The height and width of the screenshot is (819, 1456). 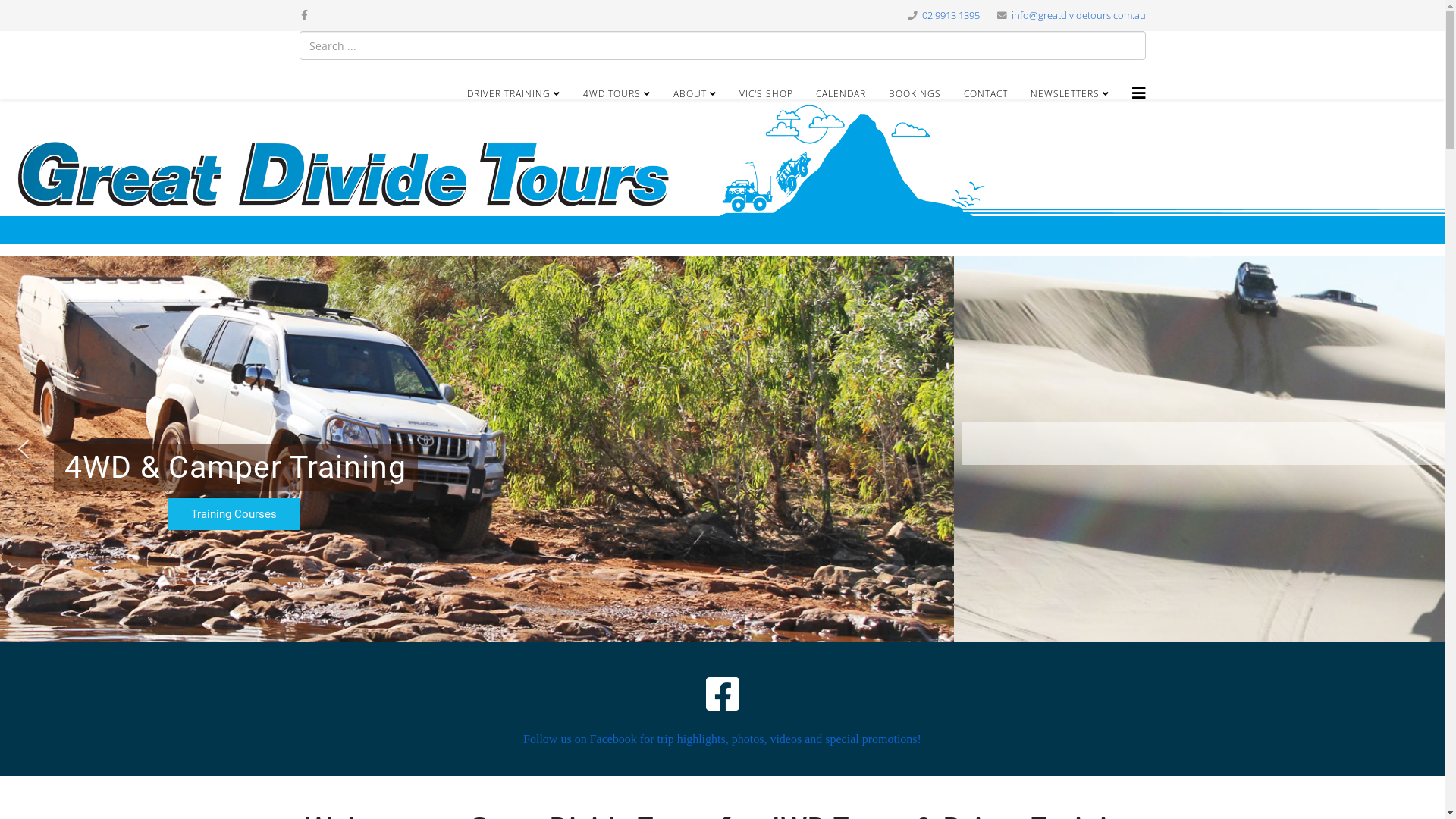 What do you see at coordinates (617, 93) in the screenshot?
I see `'4WD TOURS'` at bounding box center [617, 93].